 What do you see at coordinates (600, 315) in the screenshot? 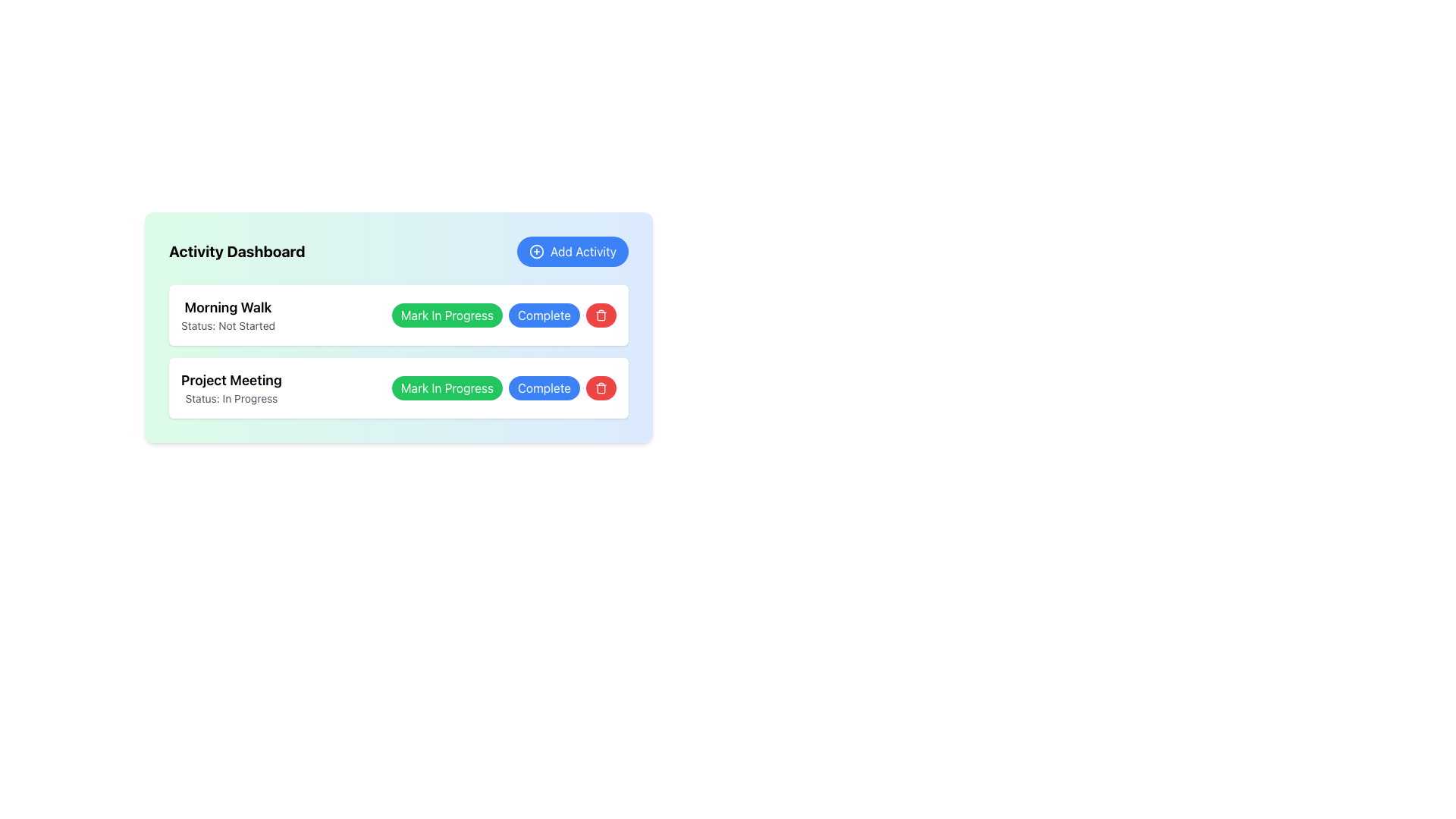
I see `the red circular button with a white trash can icon` at bounding box center [600, 315].